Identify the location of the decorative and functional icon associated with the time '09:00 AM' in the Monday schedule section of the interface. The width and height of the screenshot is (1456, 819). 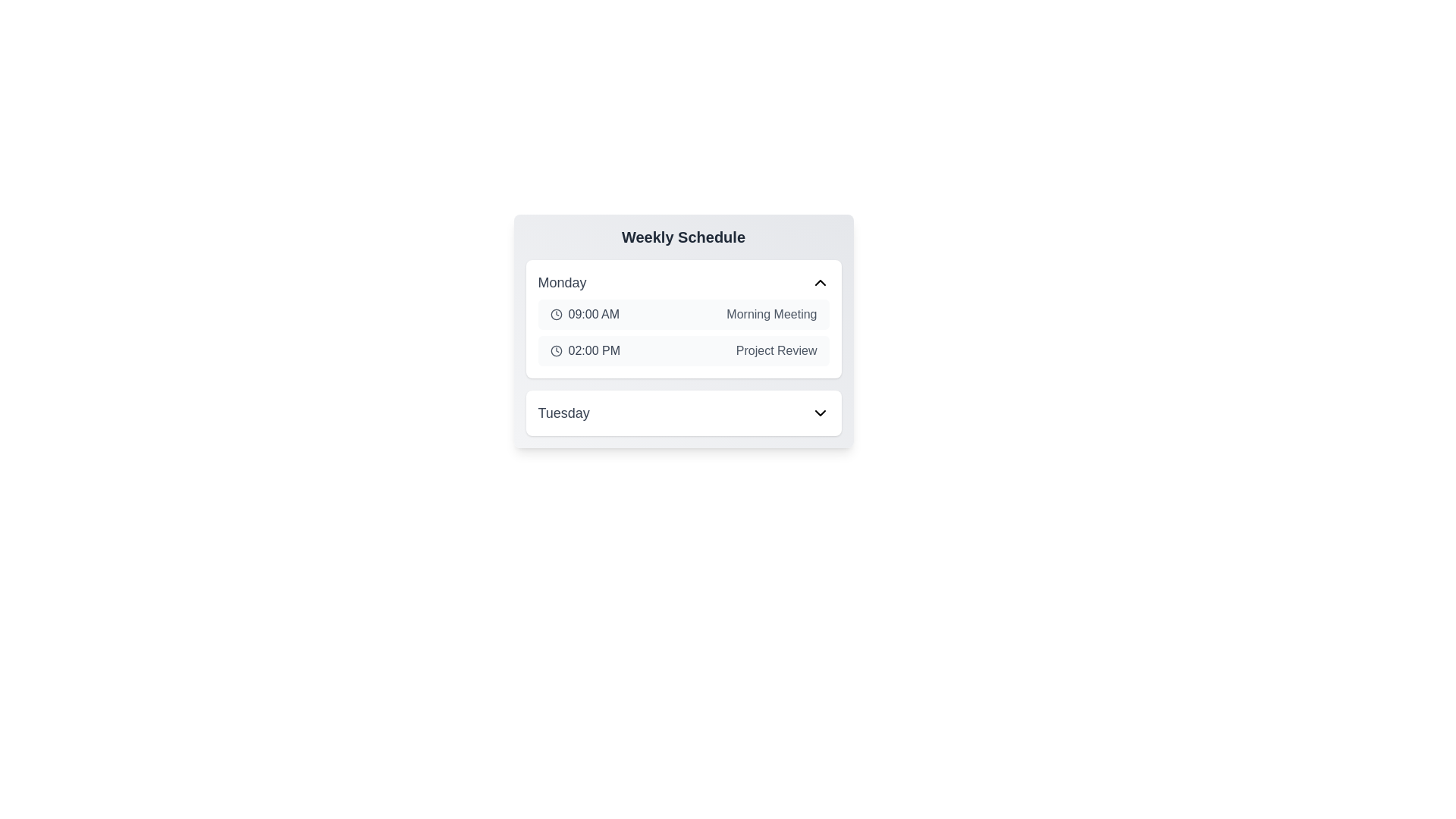
(555, 314).